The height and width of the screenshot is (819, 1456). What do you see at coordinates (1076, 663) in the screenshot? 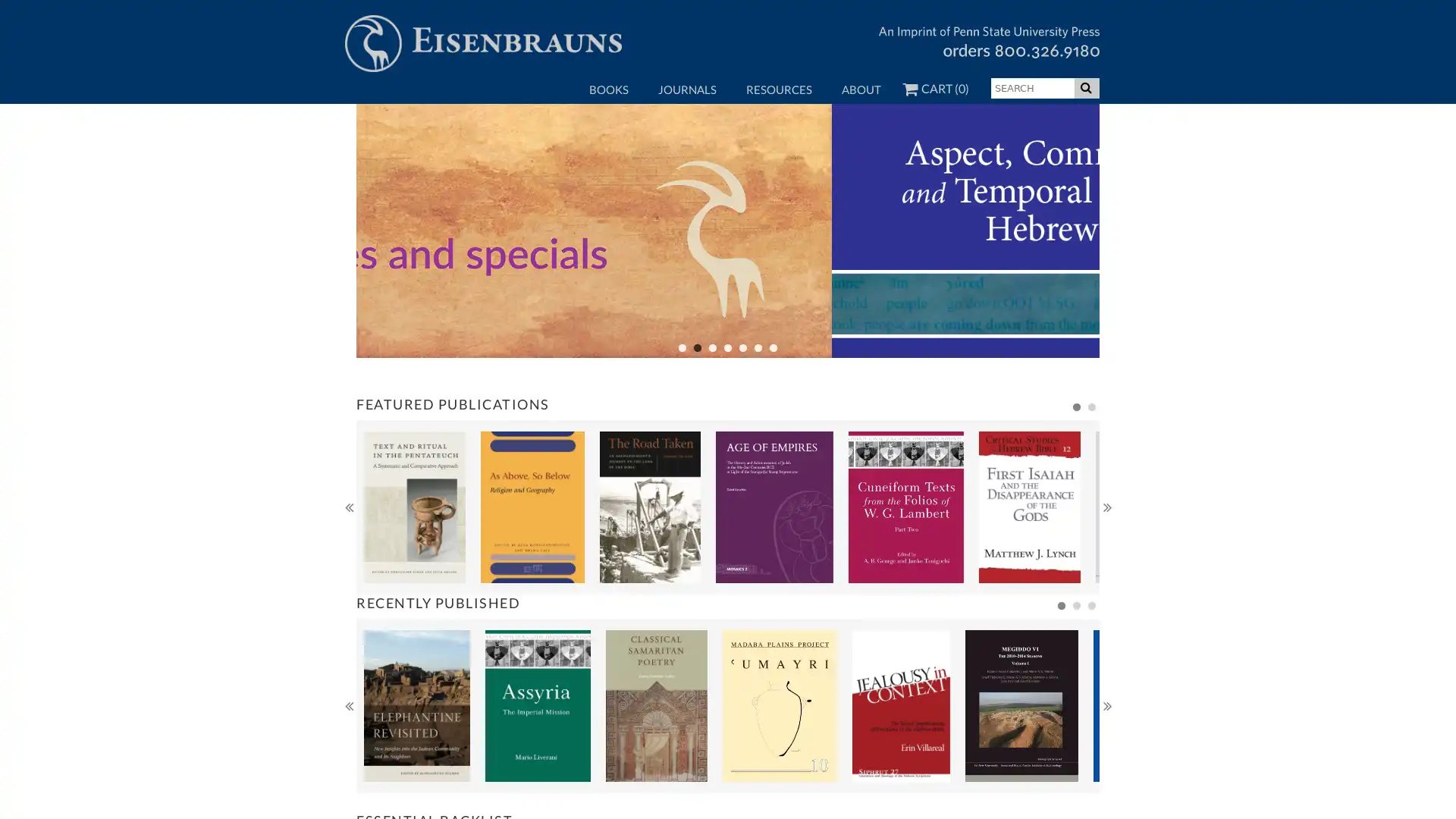
I see `2` at bounding box center [1076, 663].